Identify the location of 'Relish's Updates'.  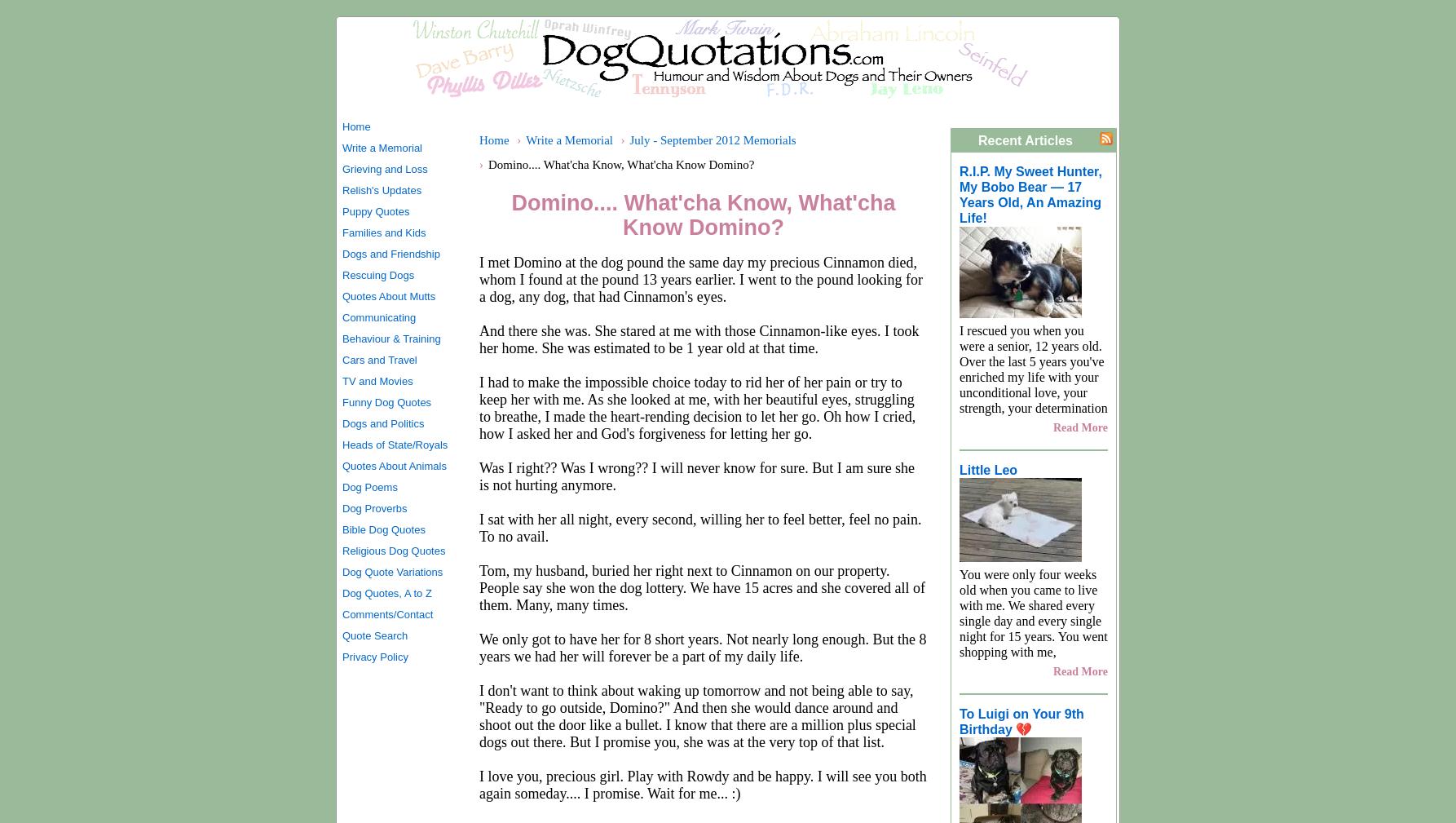
(381, 189).